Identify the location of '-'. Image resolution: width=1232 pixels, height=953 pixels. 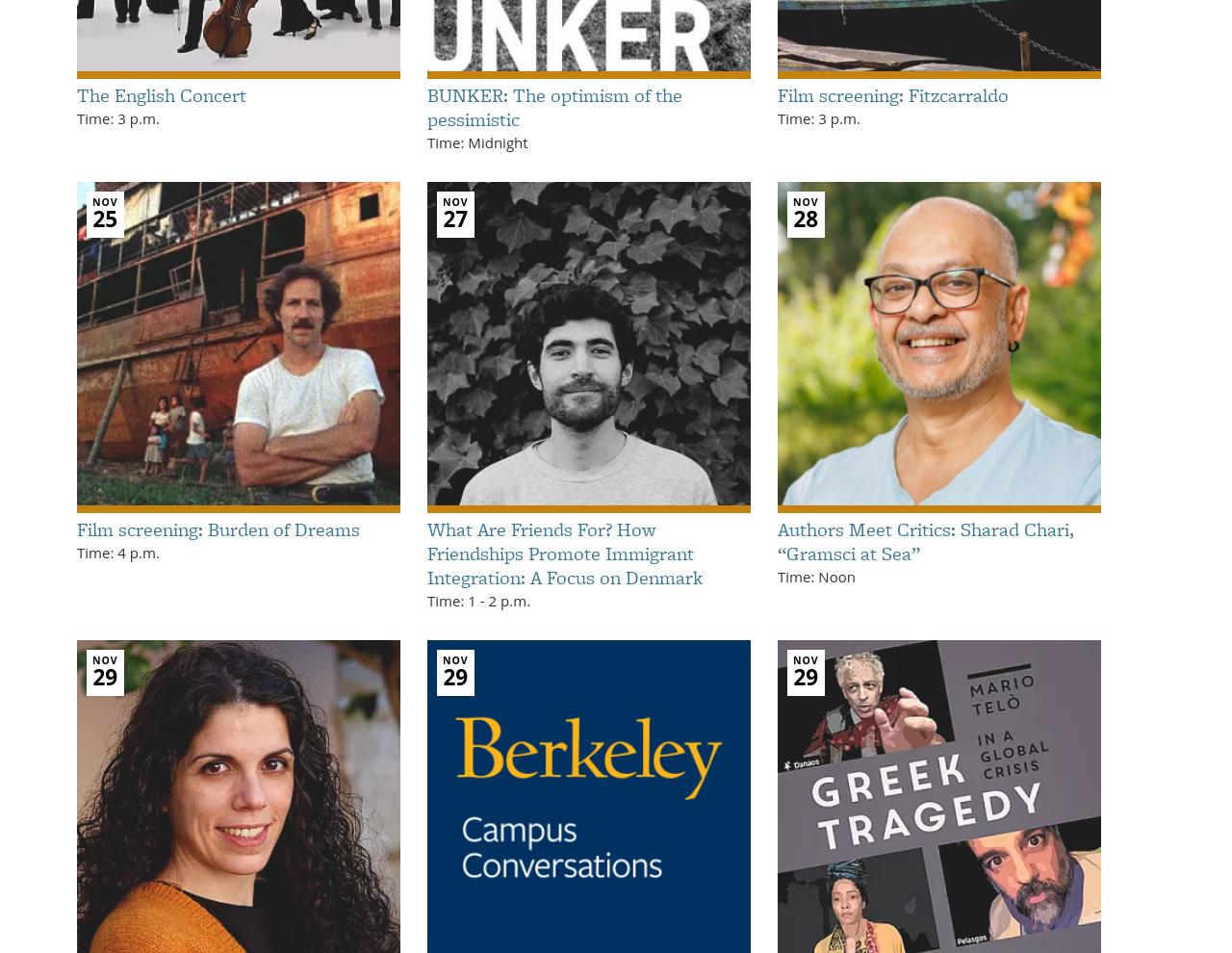
(481, 599).